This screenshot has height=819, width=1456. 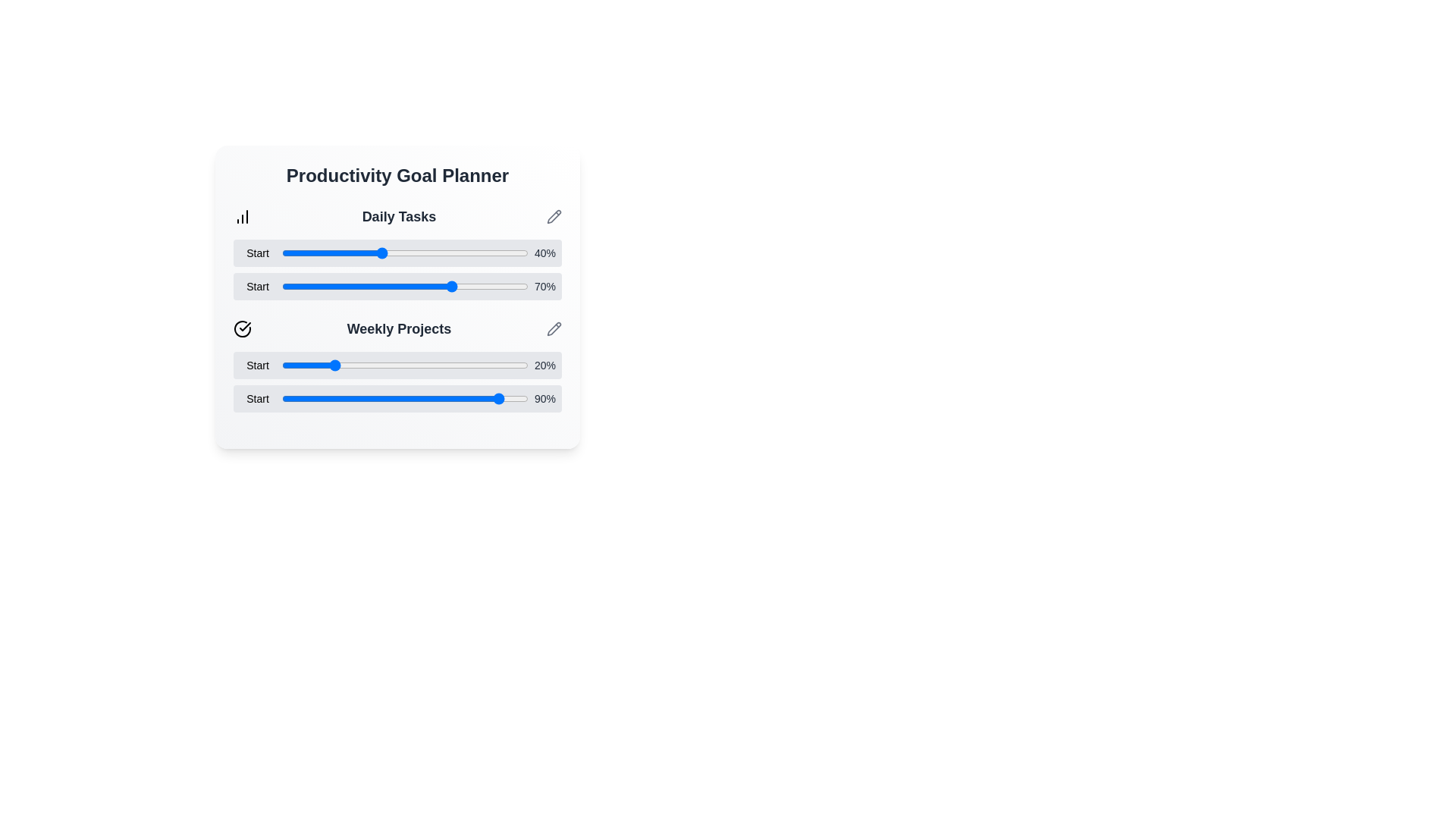 What do you see at coordinates (397, 216) in the screenshot?
I see `the title and icon of the goal "Daily Tasks"` at bounding box center [397, 216].